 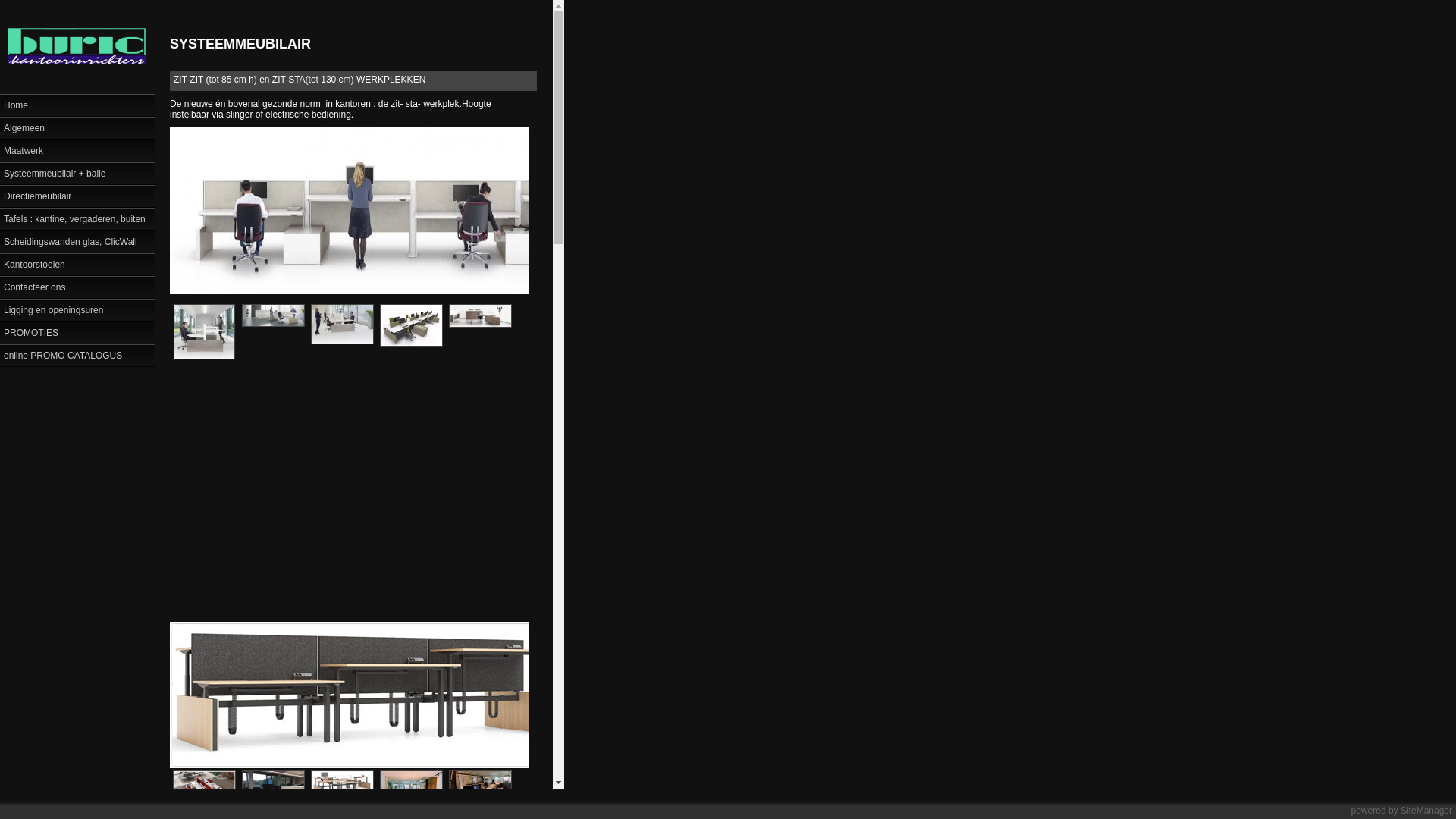 What do you see at coordinates (76, 240) in the screenshot?
I see `'Scheidingswanden glas, ClicWall'` at bounding box center [76, 240].